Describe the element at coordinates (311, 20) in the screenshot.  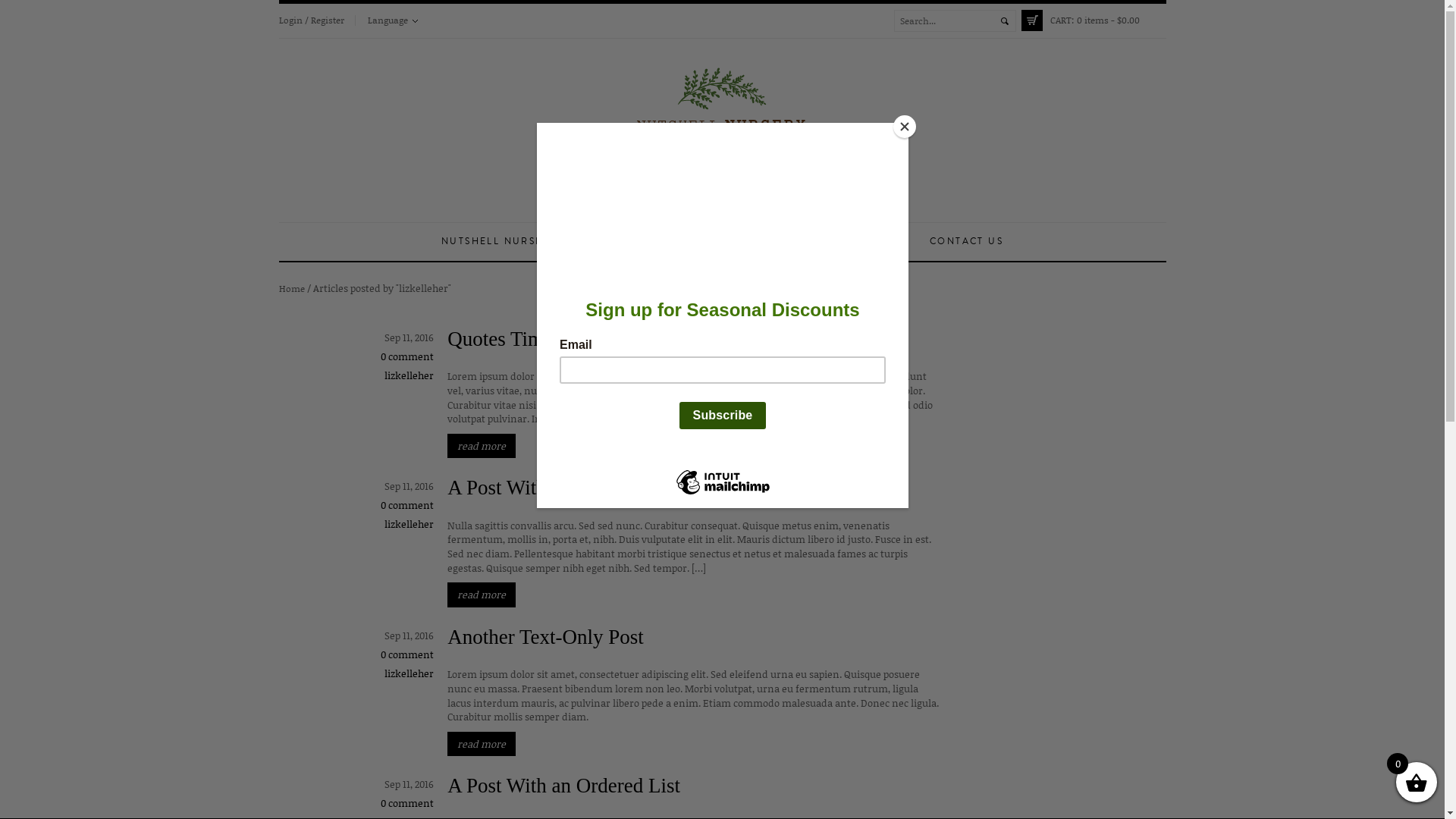
I see `'Login / Register'` at that location.